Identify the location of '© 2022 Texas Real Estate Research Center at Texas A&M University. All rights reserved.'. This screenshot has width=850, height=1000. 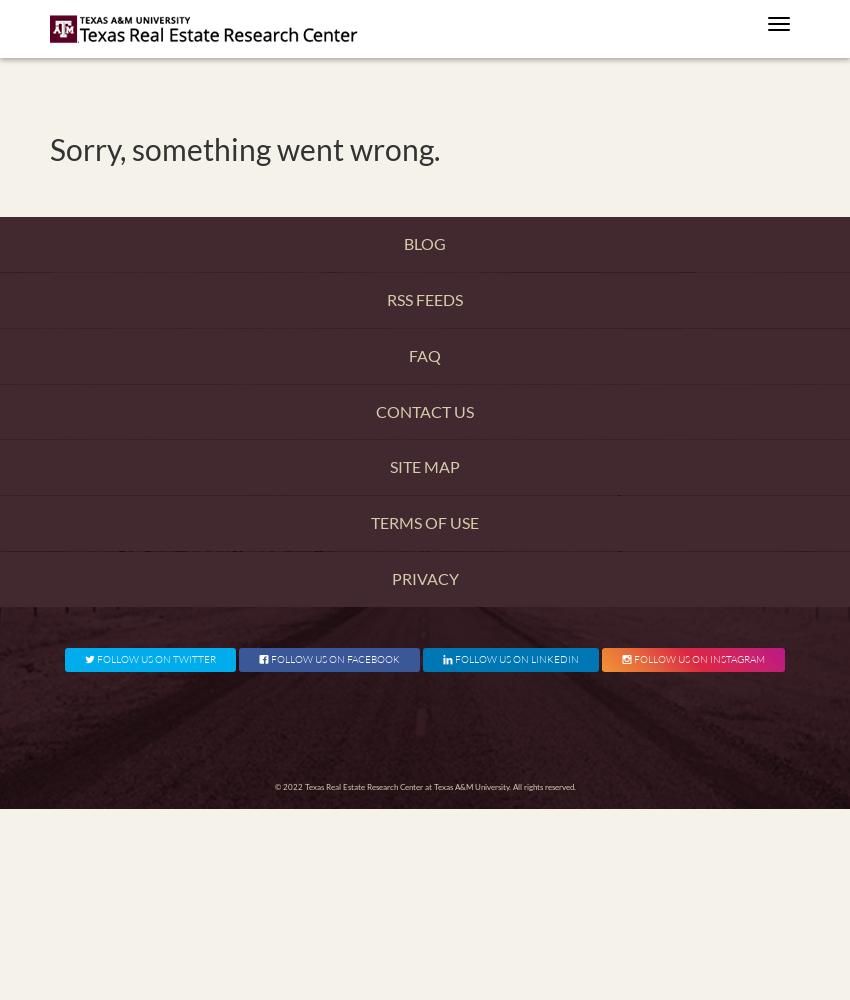
(424, 787).